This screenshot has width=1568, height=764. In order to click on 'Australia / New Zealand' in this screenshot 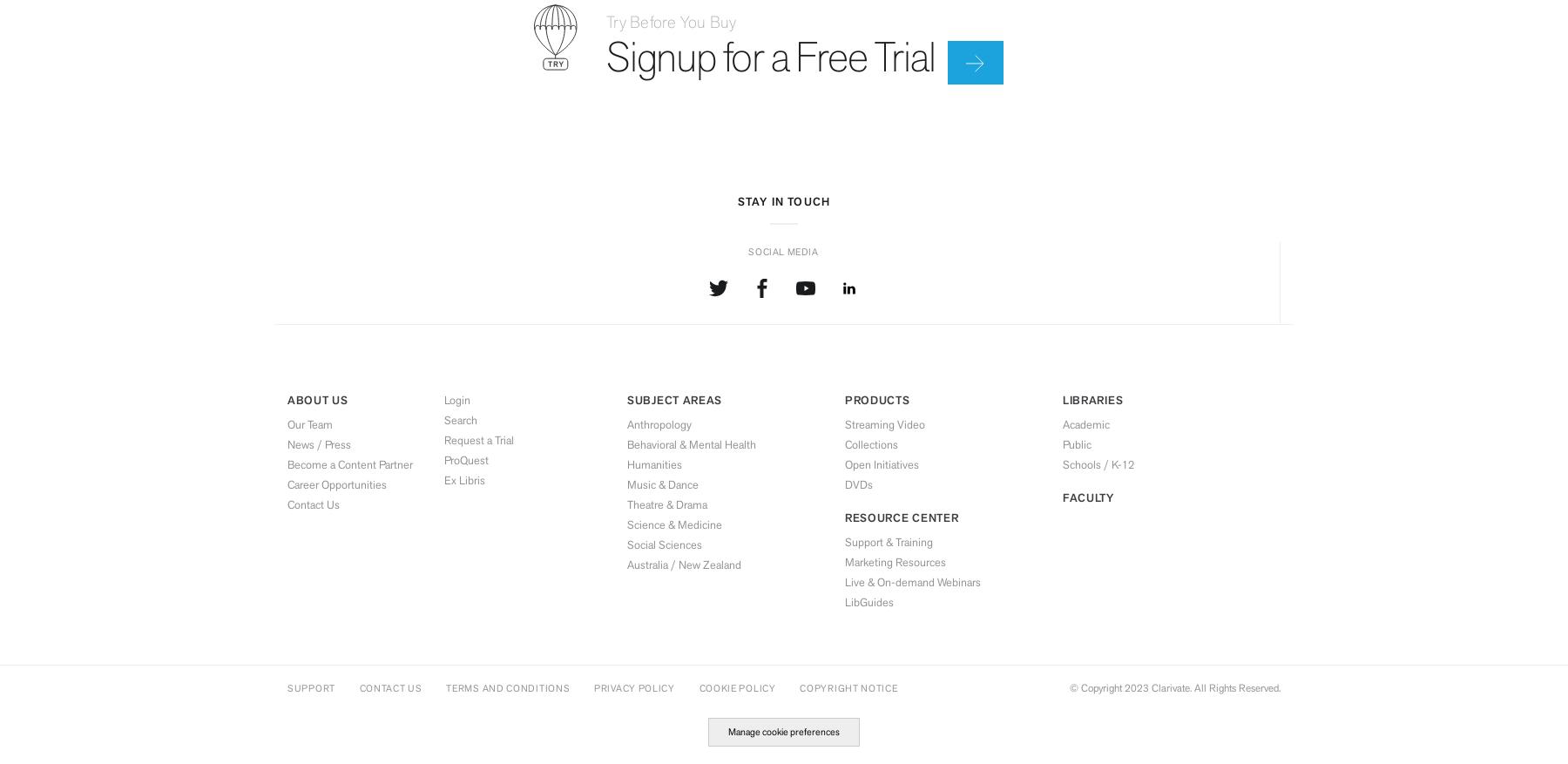, I will do `click(683, 564)`.